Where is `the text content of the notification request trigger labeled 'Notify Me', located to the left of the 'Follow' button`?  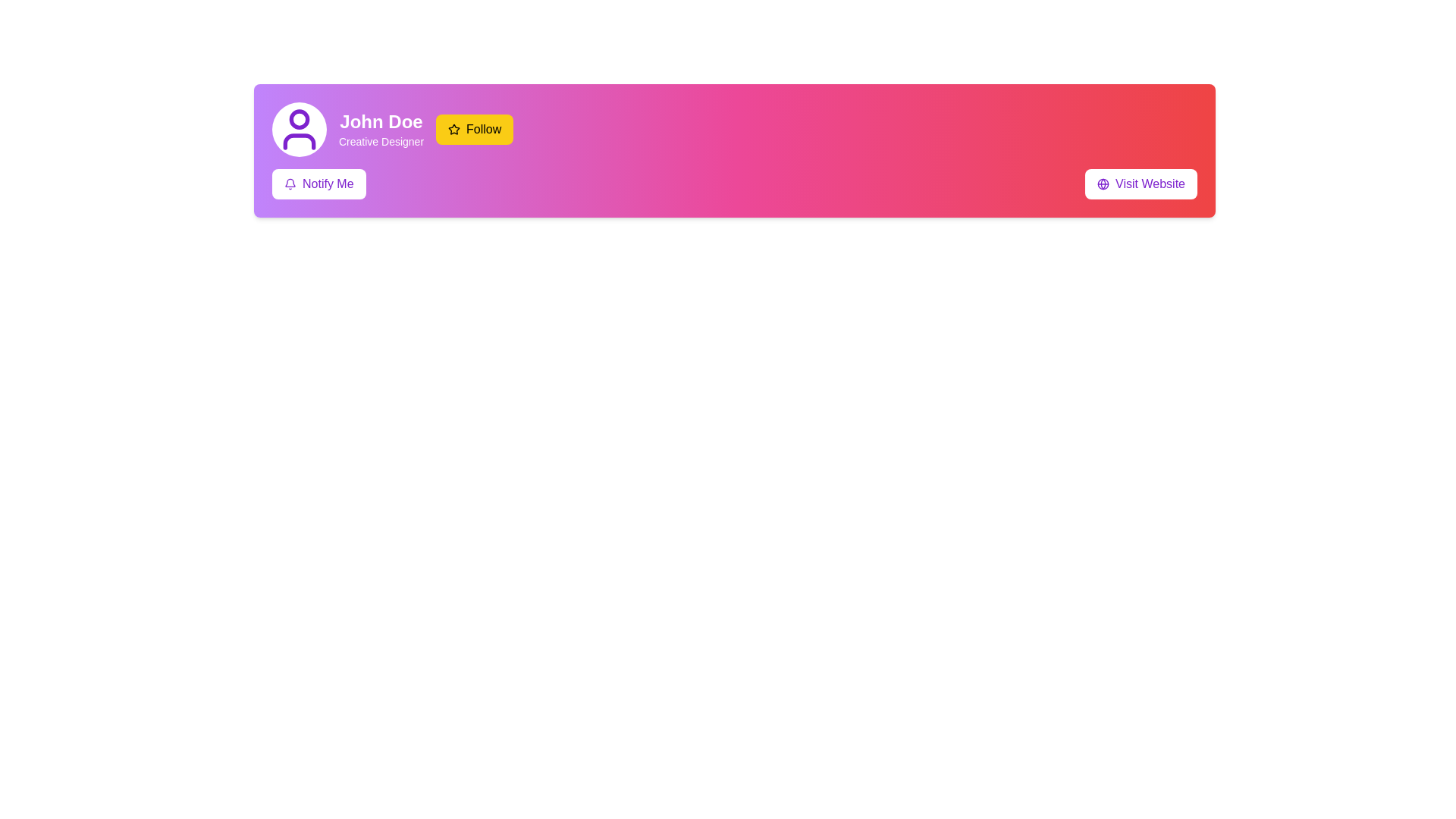
the text content of the notification request trigger labeled 'Notify Me', located to the left of the 'Follow' button is located at coordinates (327, 184).